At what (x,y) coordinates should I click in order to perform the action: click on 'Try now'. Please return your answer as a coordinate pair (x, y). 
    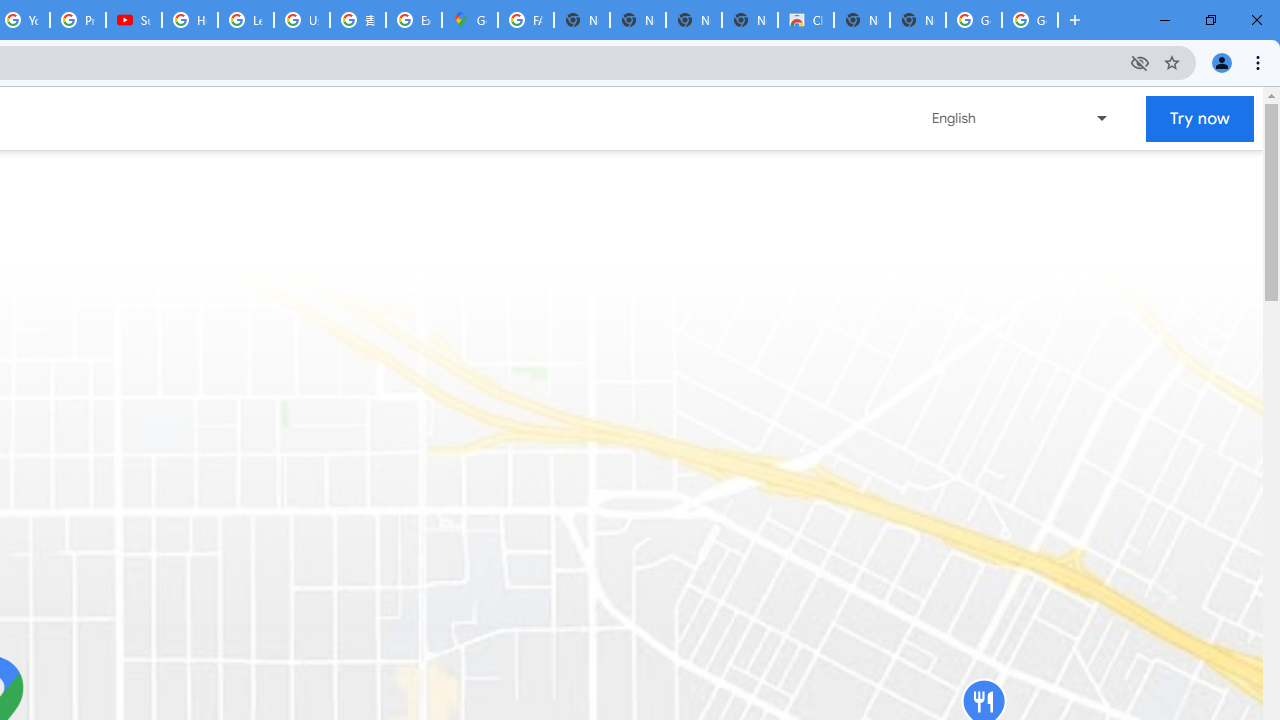
    Looking at the image, I should click on (1200, 118).